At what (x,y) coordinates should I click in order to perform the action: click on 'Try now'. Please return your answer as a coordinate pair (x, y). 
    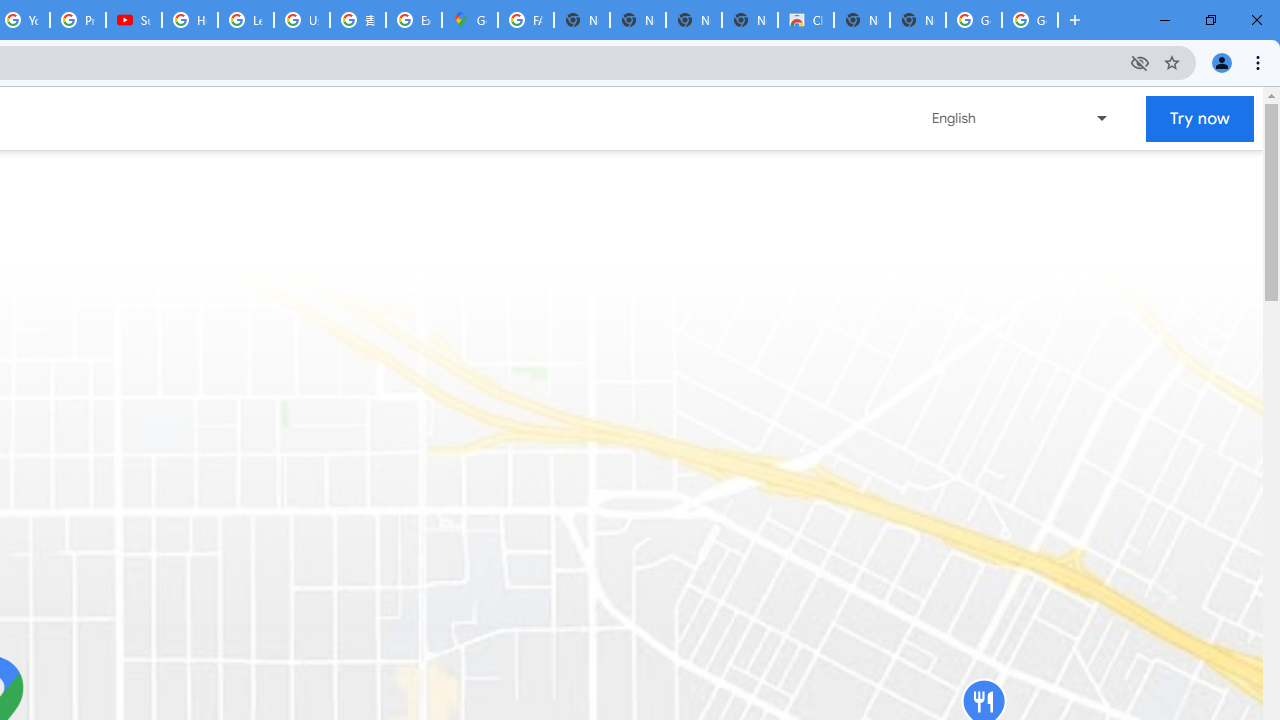
    Looking at the image, I should click on (1200, 118).